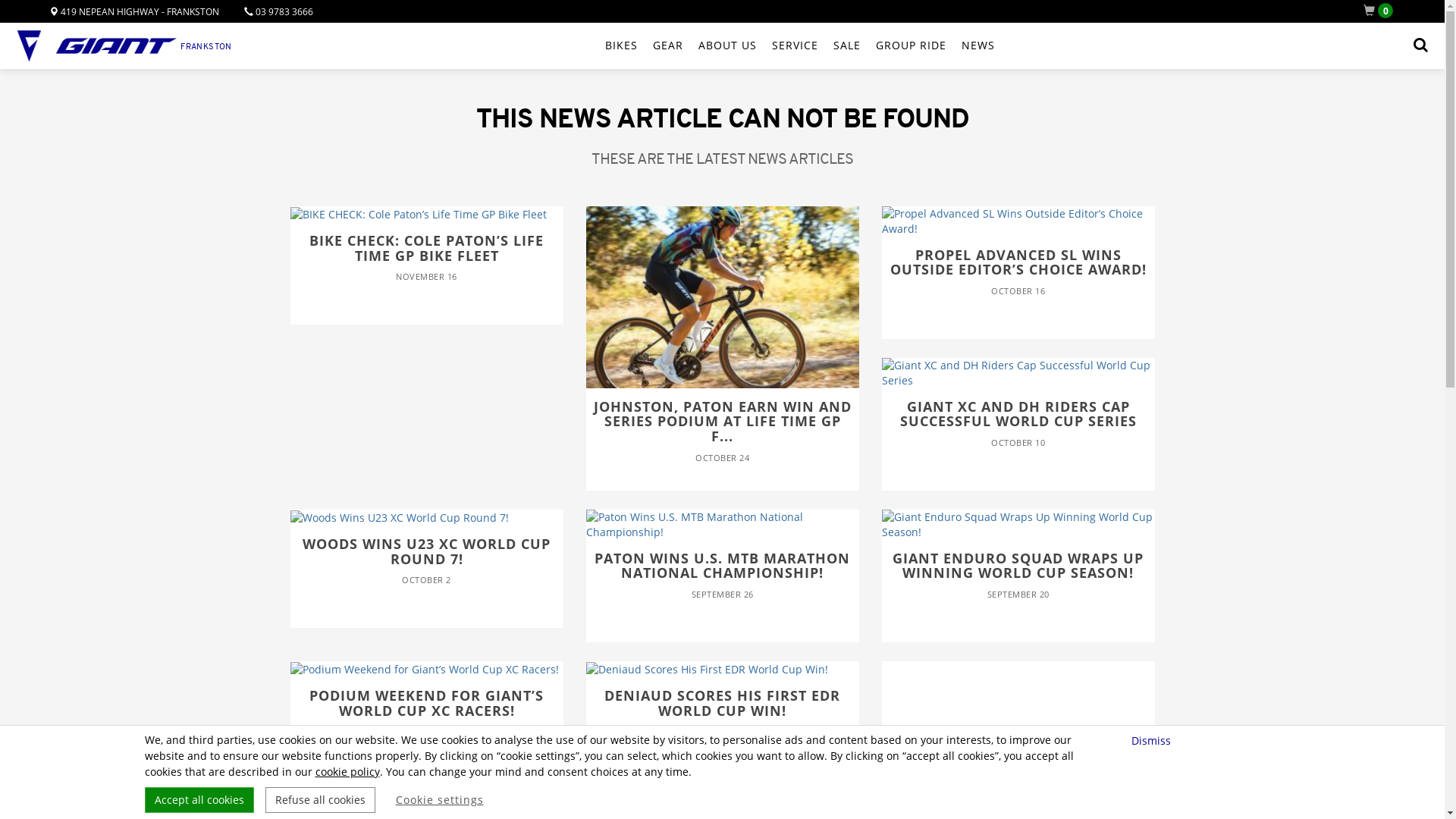 Image resolution: width=1456 pixels, height=819 pixels. What do you see at coordinates (652, 45) in the screenshot?
I see `'GEAR'` at bounding box center [652, 45].